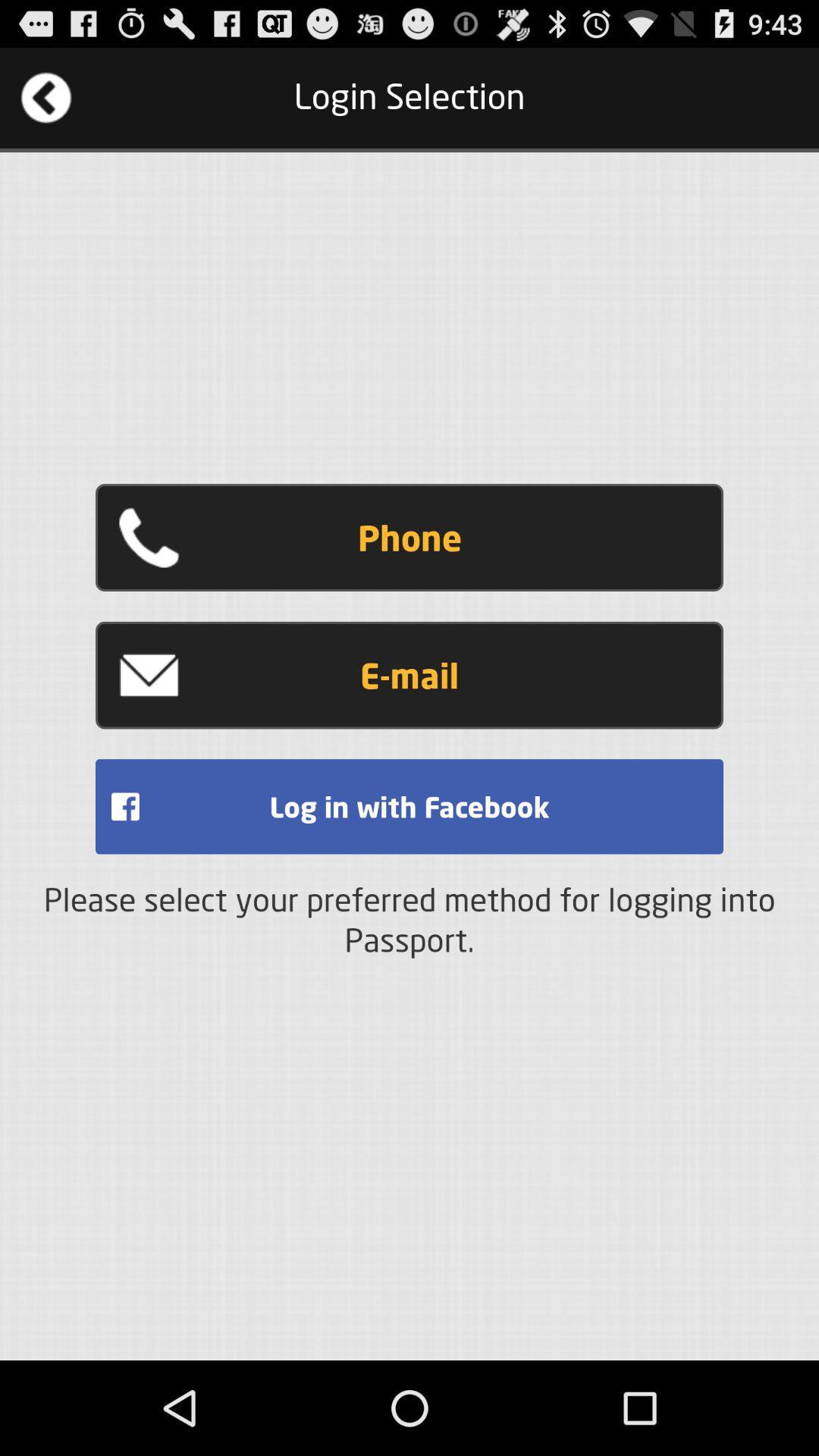 This screenshot has width=819, height=1456. I want to click on phone item, so click(409, 538).